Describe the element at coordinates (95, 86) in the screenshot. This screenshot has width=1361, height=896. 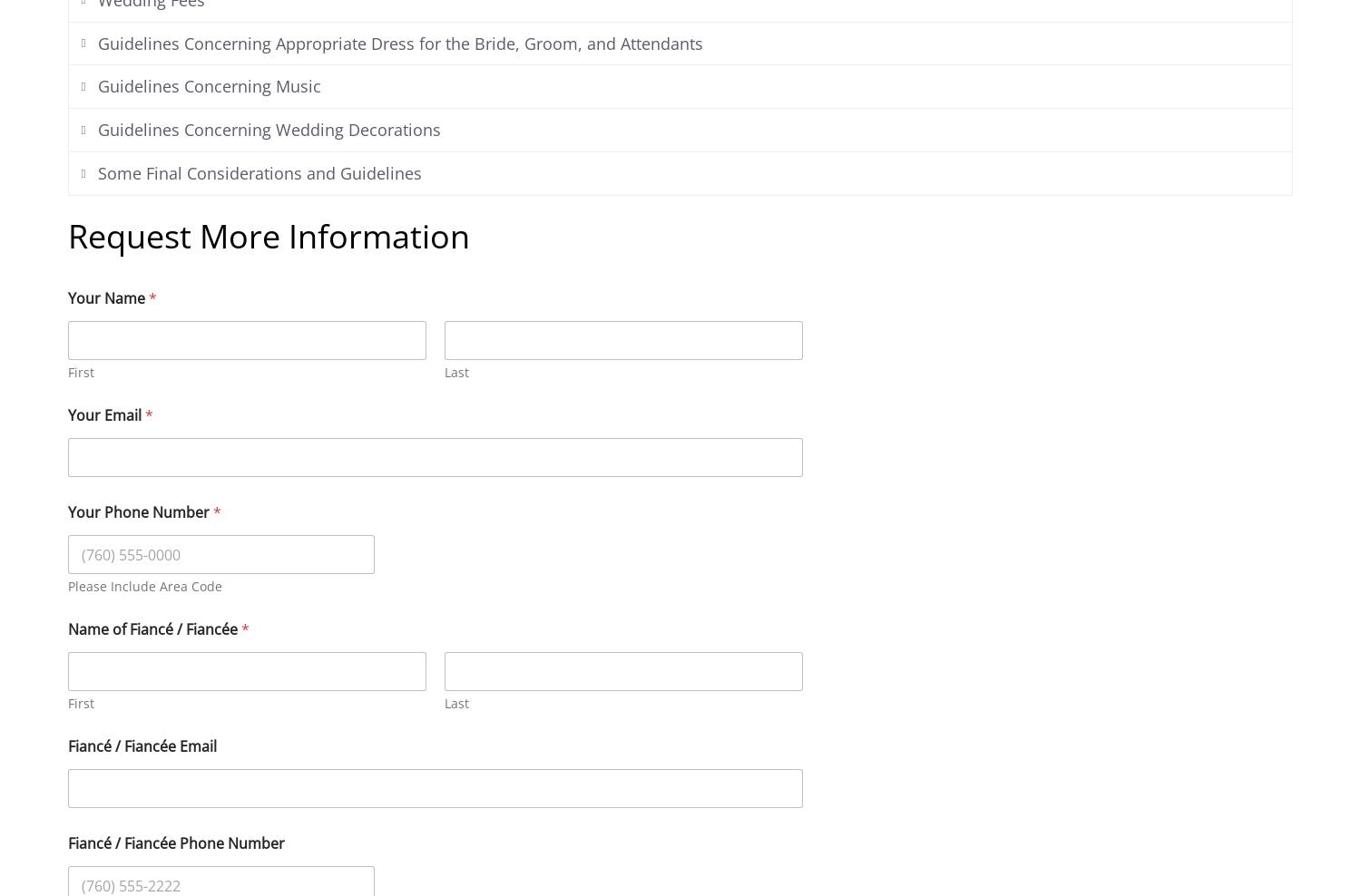
I see `'Guidelines Concerning Music'` at that location.